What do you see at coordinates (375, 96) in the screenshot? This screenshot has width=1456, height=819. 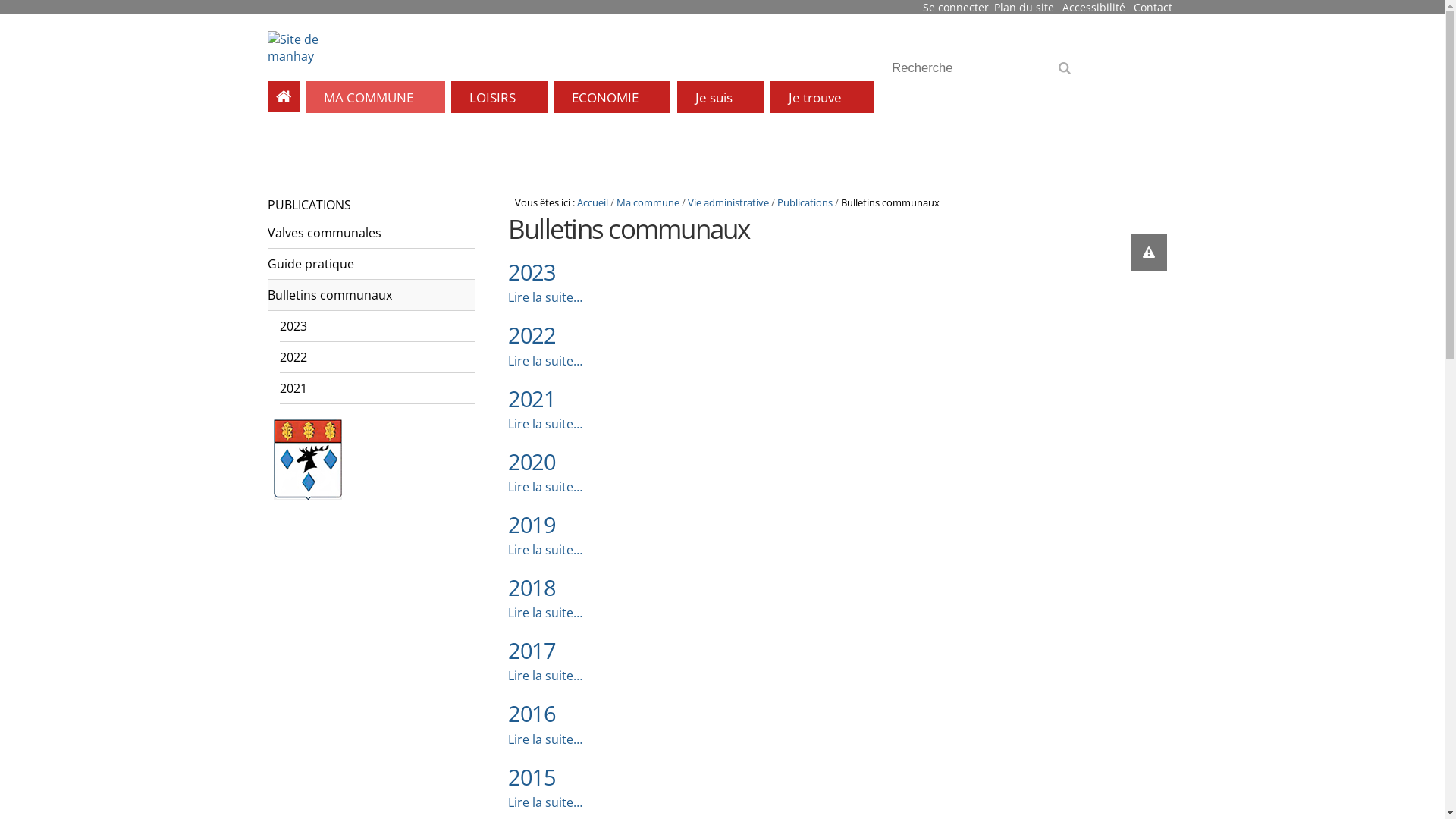 I see `'MA COMMUNE'` at bounding box center [375, 96].